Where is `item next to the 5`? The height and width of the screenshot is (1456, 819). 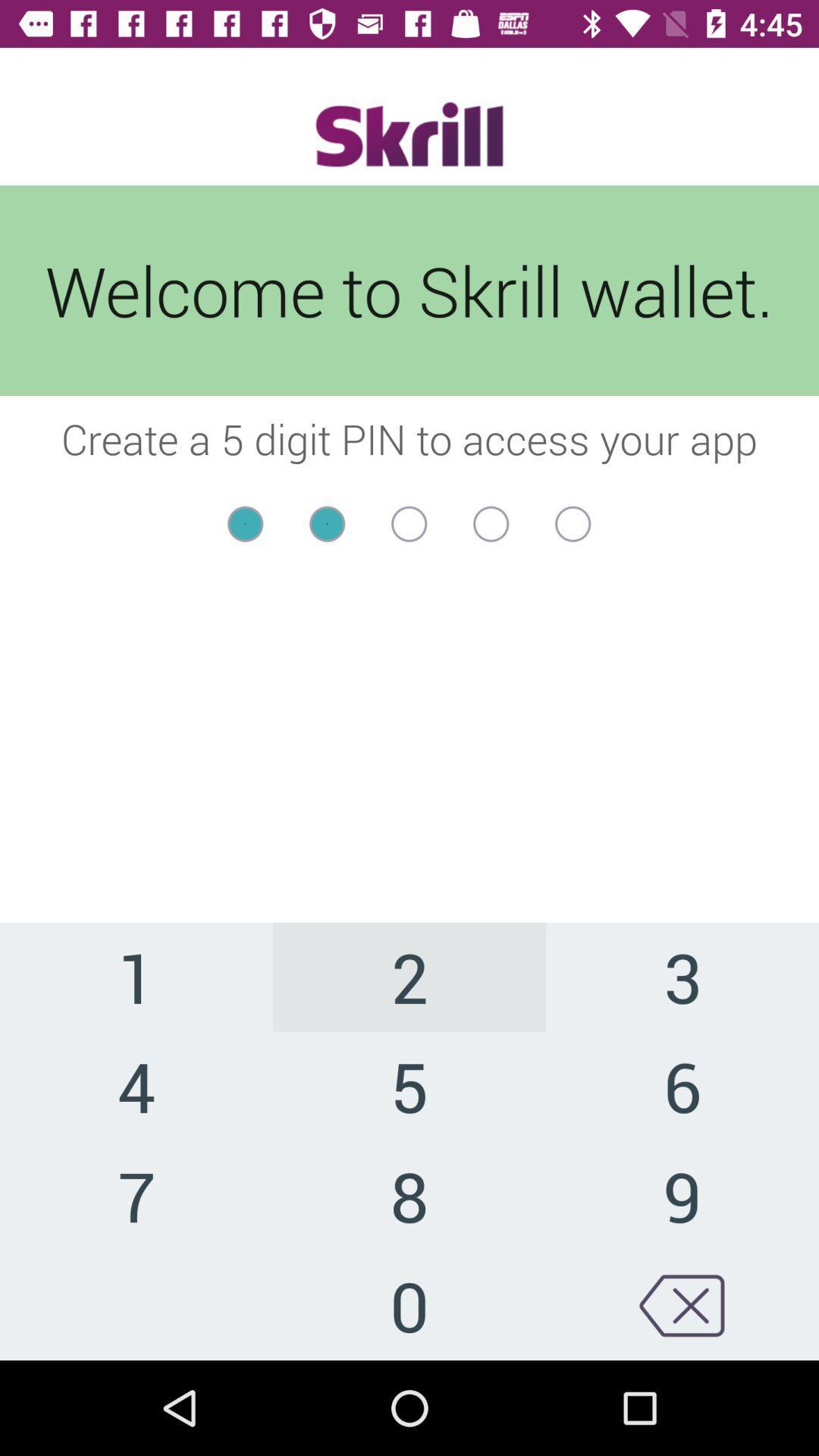
item next to the 5 is located at coordinates (136, 1194).